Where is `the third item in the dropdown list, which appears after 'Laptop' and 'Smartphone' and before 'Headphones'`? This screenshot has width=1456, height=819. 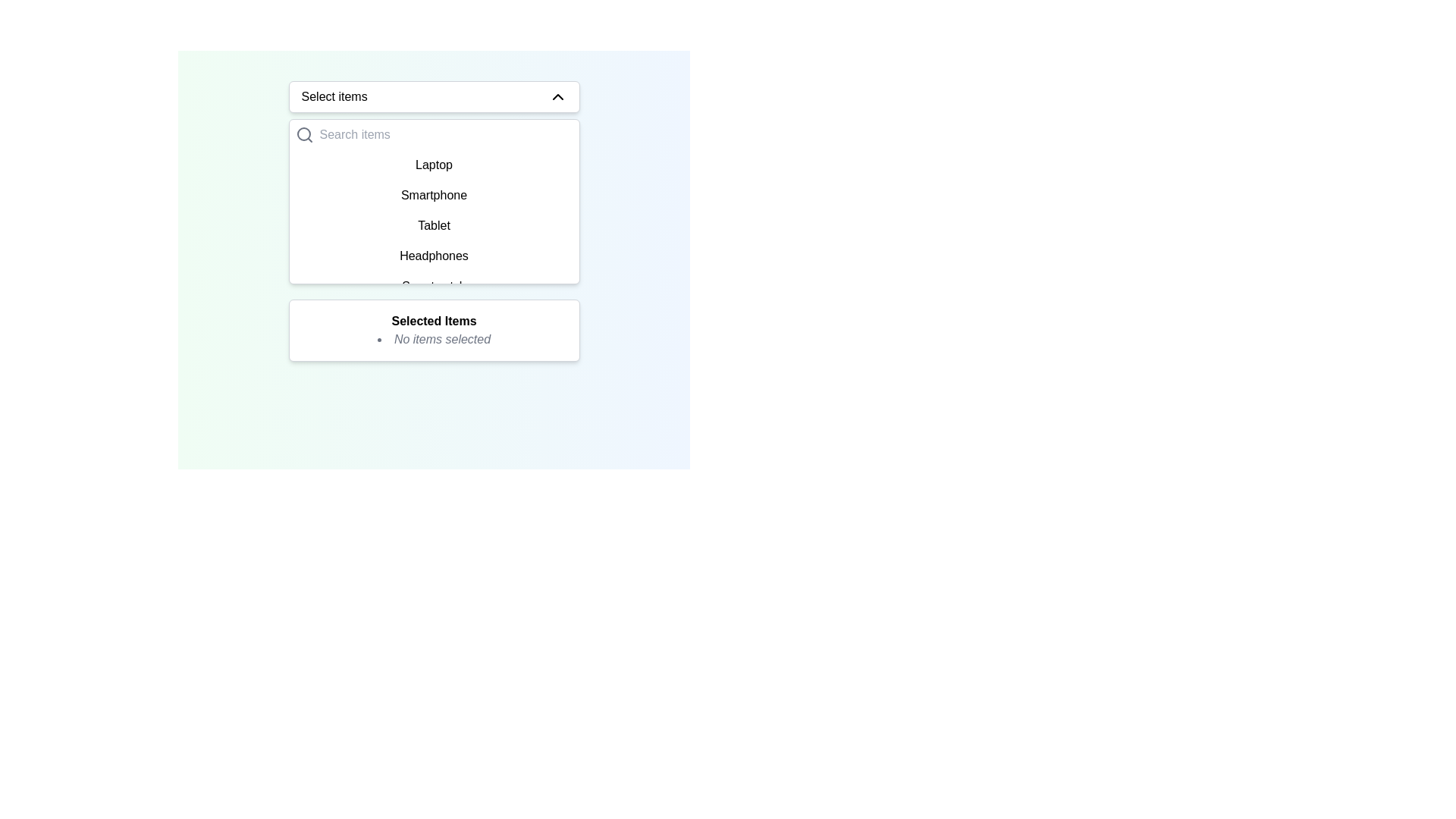 the third item in the dropdown list, which appears after 'Laptop' and 'Smartphone' and before 'Headphones' is located at coordinates (433, 216).